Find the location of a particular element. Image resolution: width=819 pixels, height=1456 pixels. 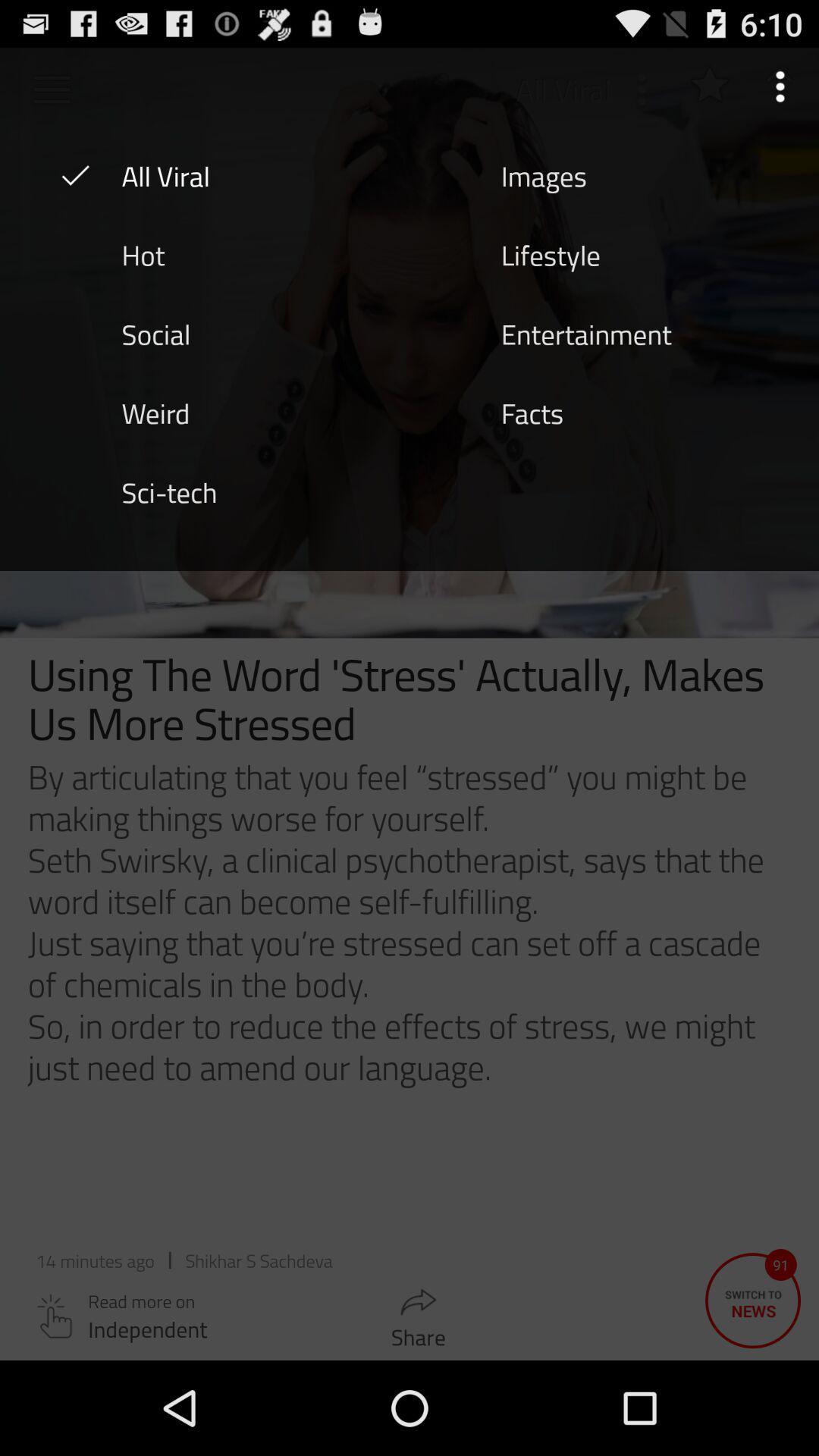

the icon below lifestyle icon is located at coordinates (585, 332).